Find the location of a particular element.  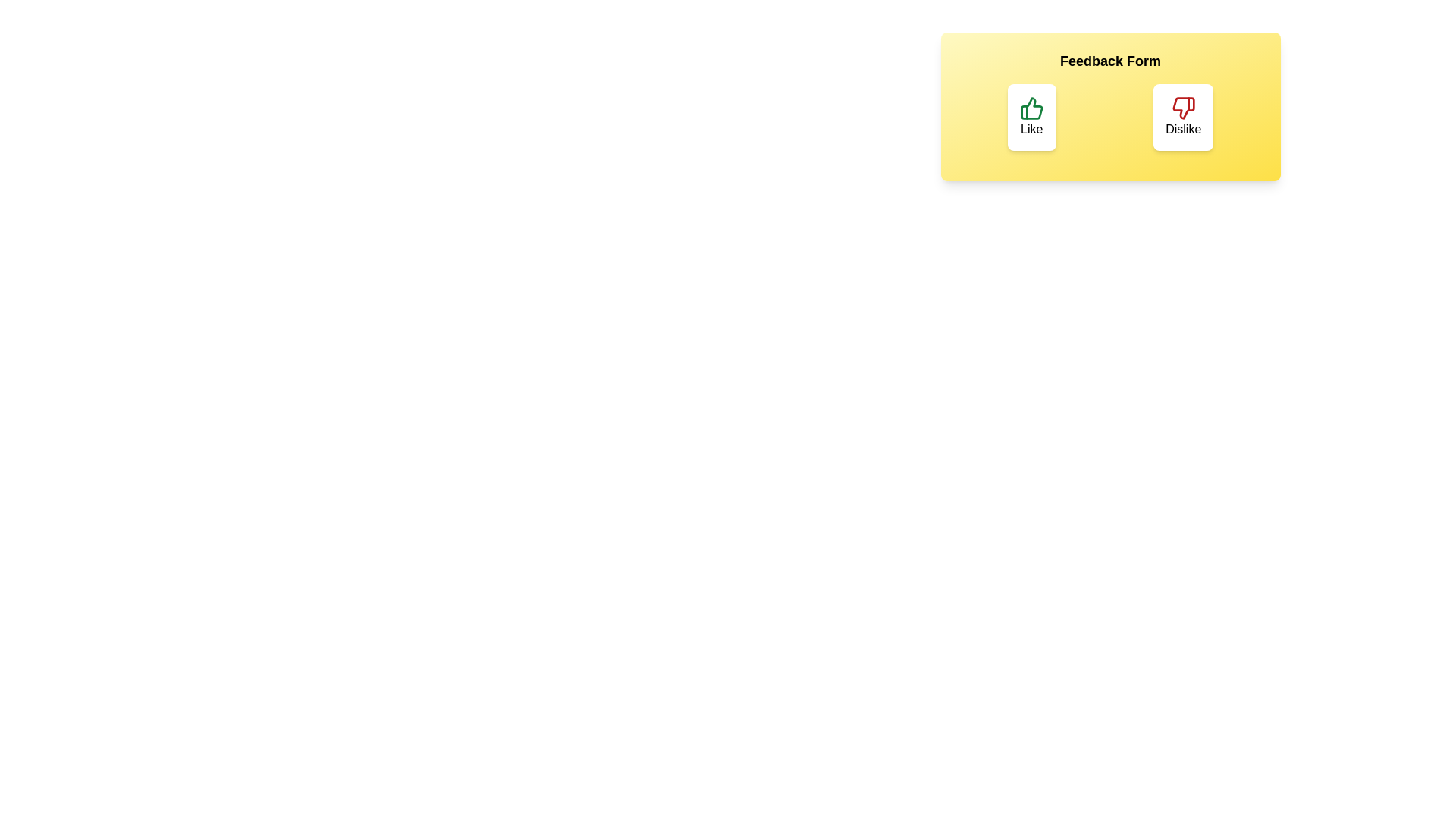

the button labeled Like to observe its hover effect is located at coordinates (1031, 116).